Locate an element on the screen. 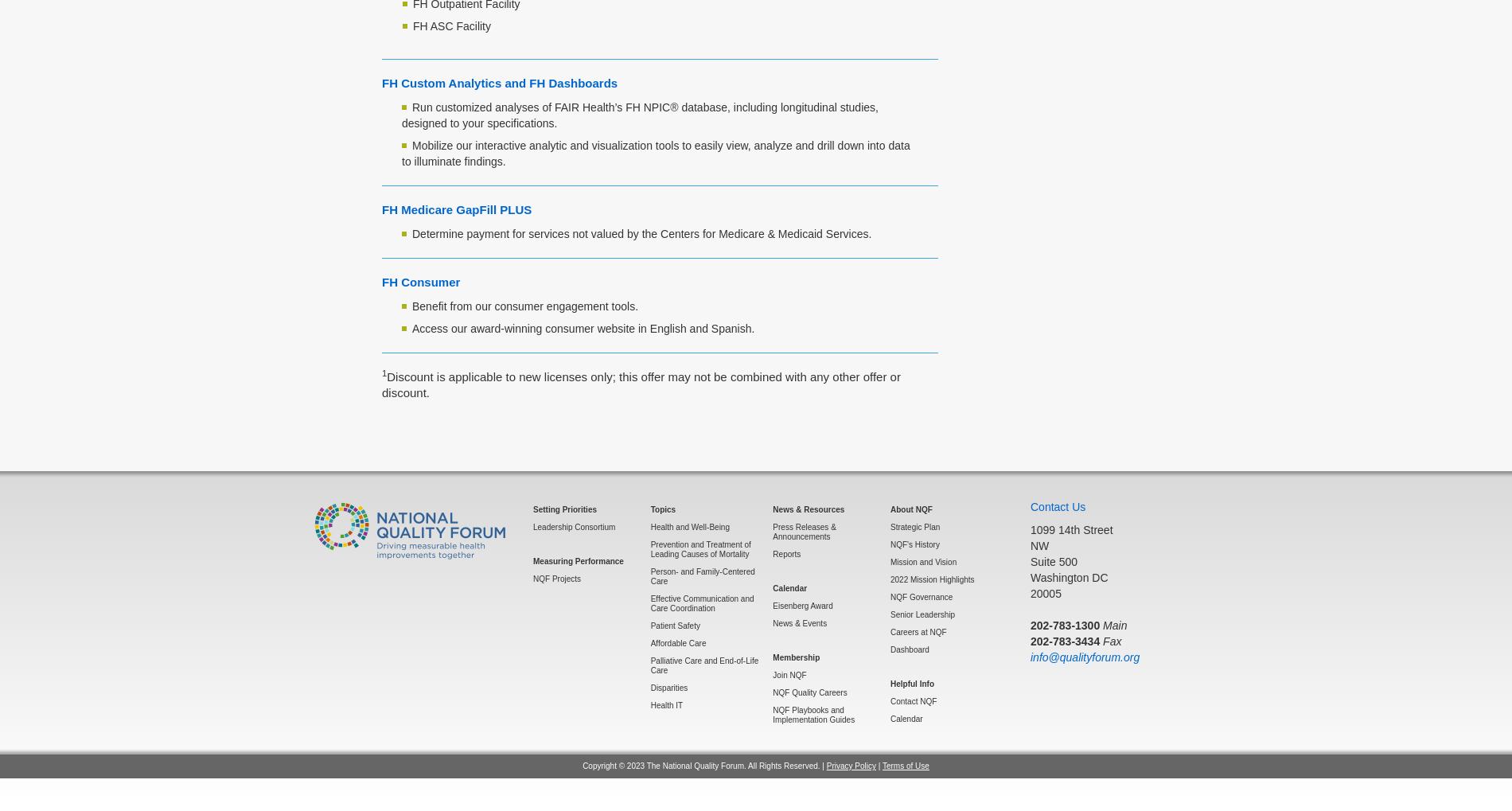 This screenshot has width=1512, height=811. 'Terms of Use' is located at coordinates (905, 765).